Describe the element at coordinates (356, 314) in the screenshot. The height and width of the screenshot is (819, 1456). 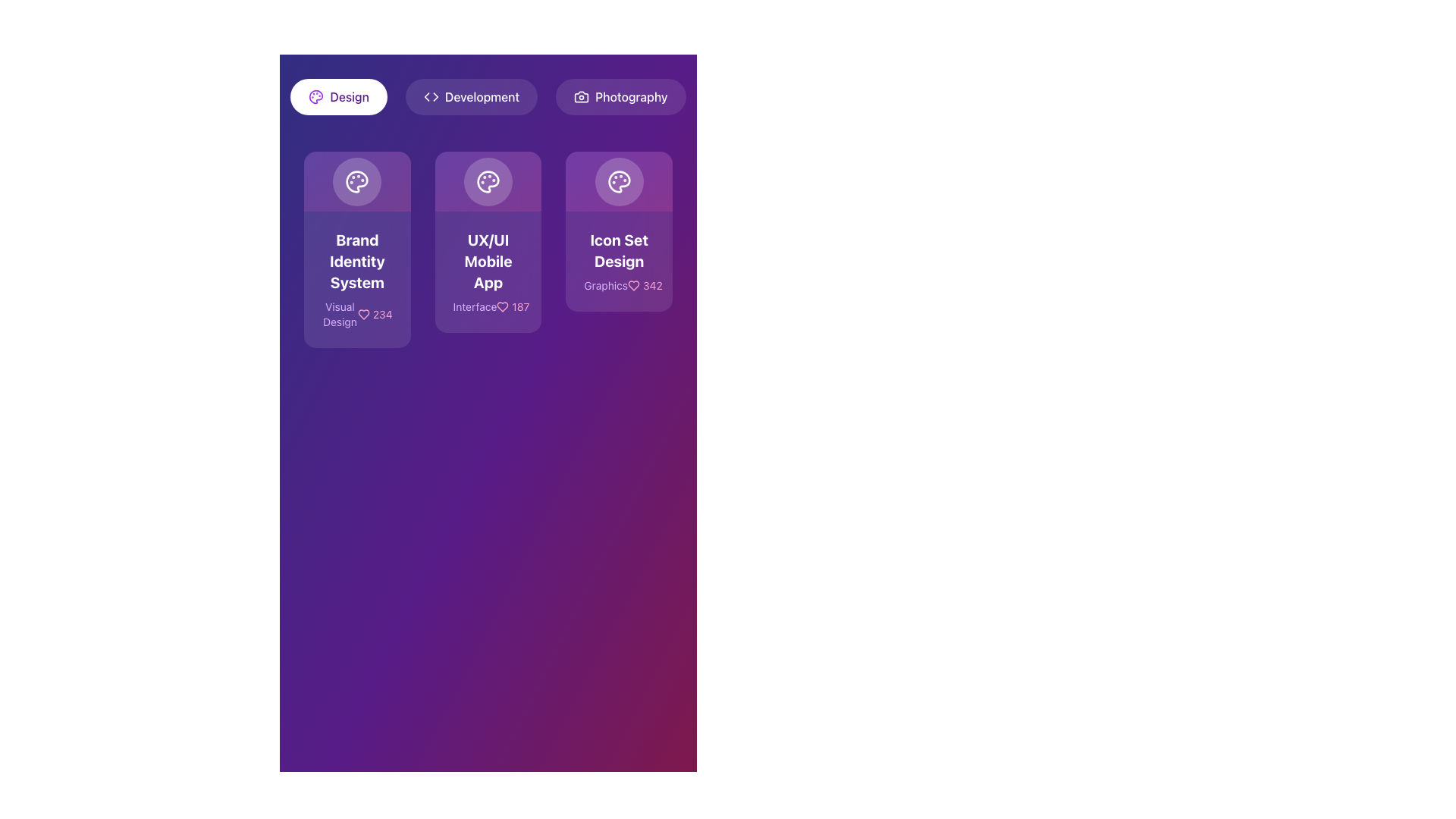
I see `text '234' associated with the 'Visual Design' display in the 'Brand Identity System' card located in the first column of the card layout` at that location.